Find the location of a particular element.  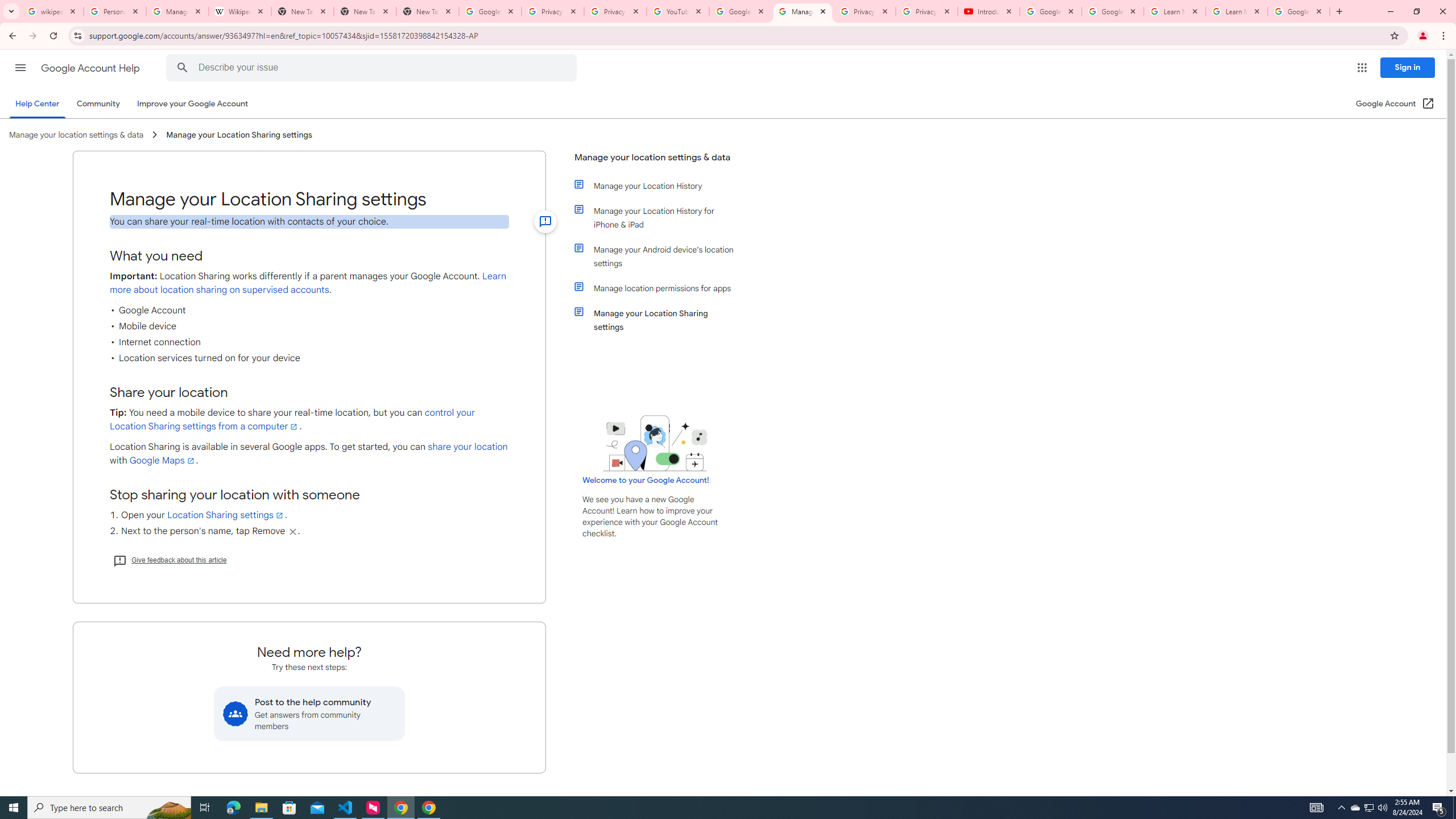

'Help Center' is located at coordinates (37, 103).